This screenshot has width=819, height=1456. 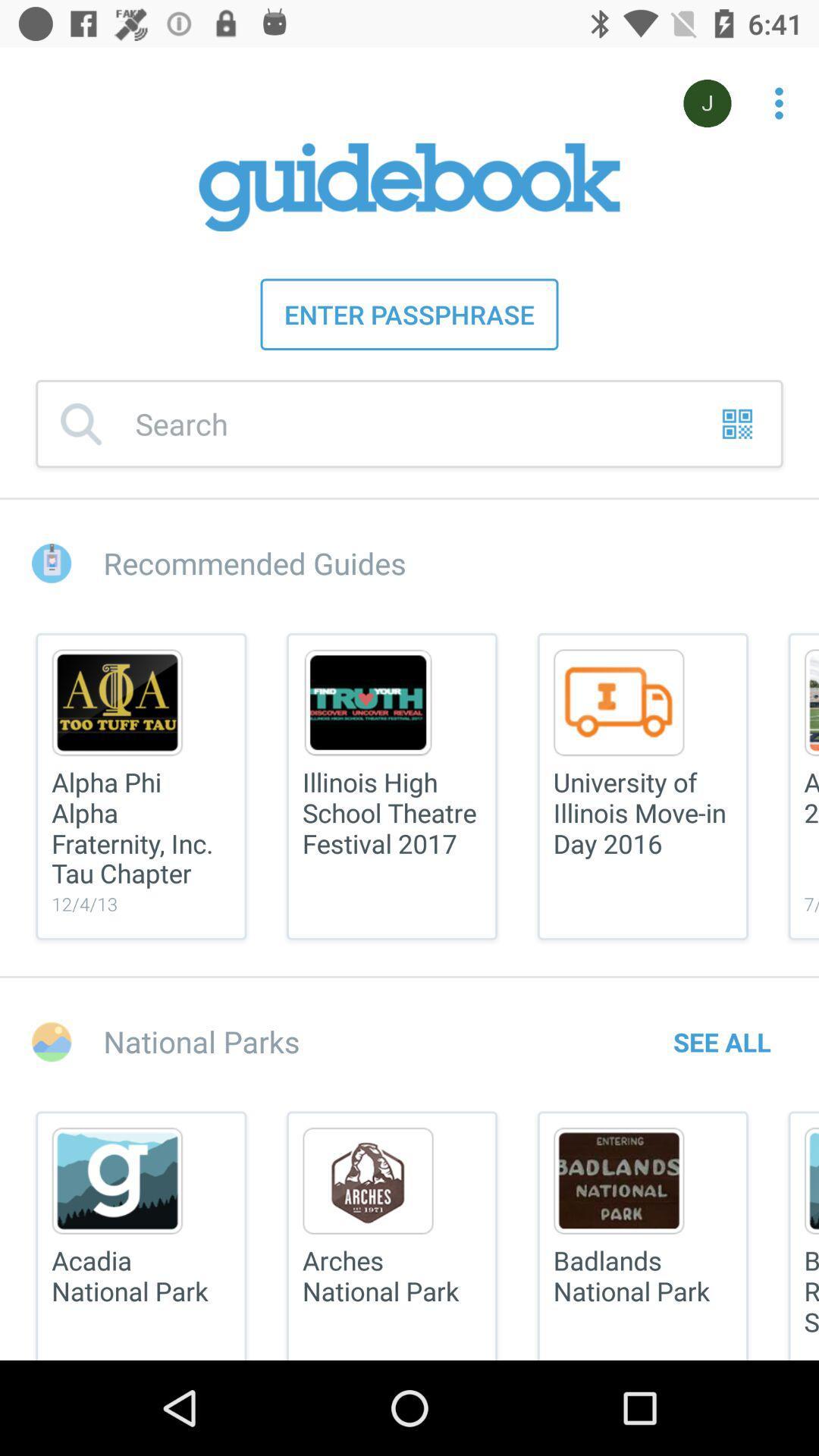 I want to click on the more icon, so click(x=779, y=102).